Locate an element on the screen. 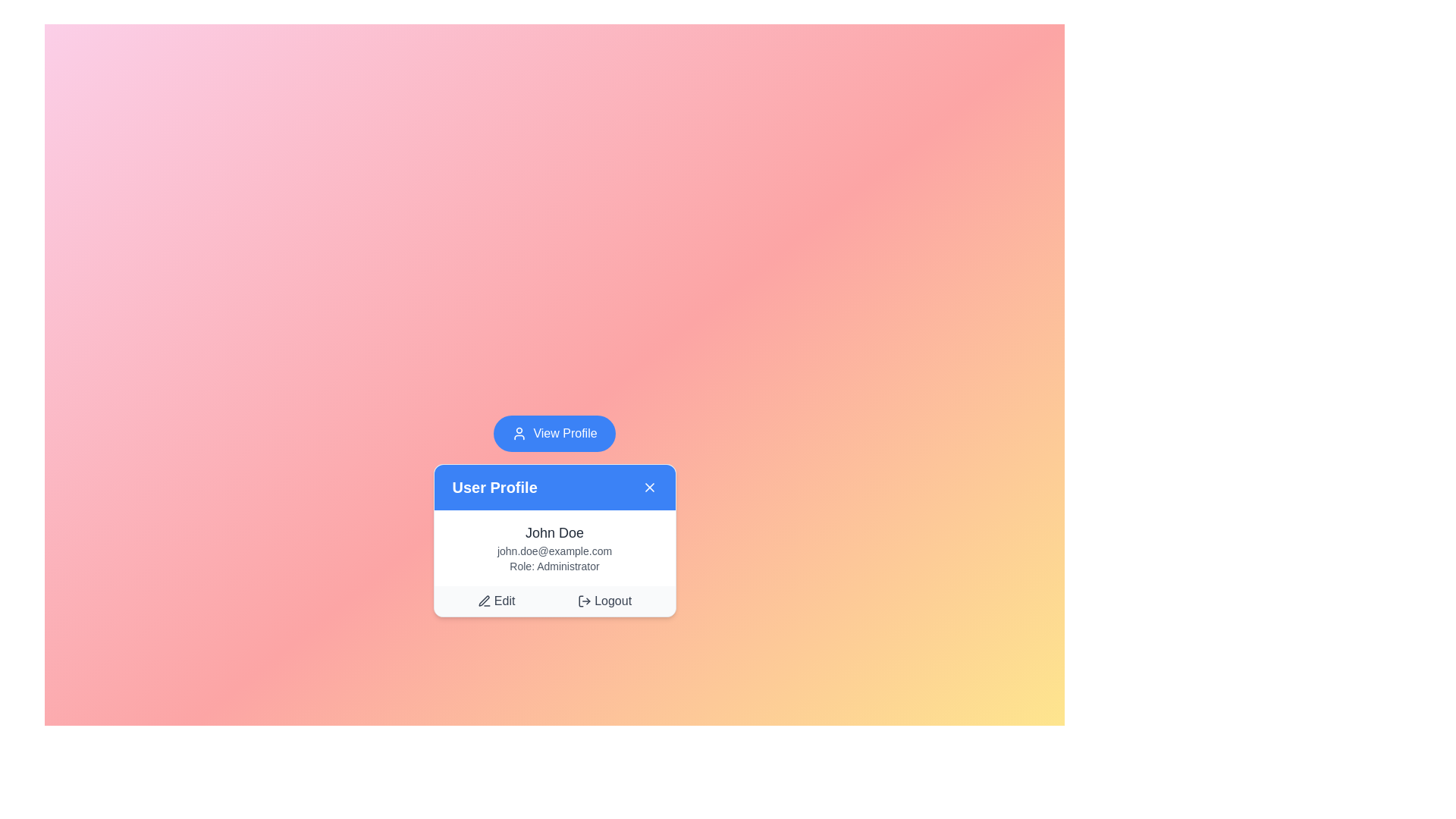  the SVG icon element that resembles a pen, which is positioned to the far left of the icon group in the user profile card, adjacent to the 'Edit' label is located at coordinates (483, 600).